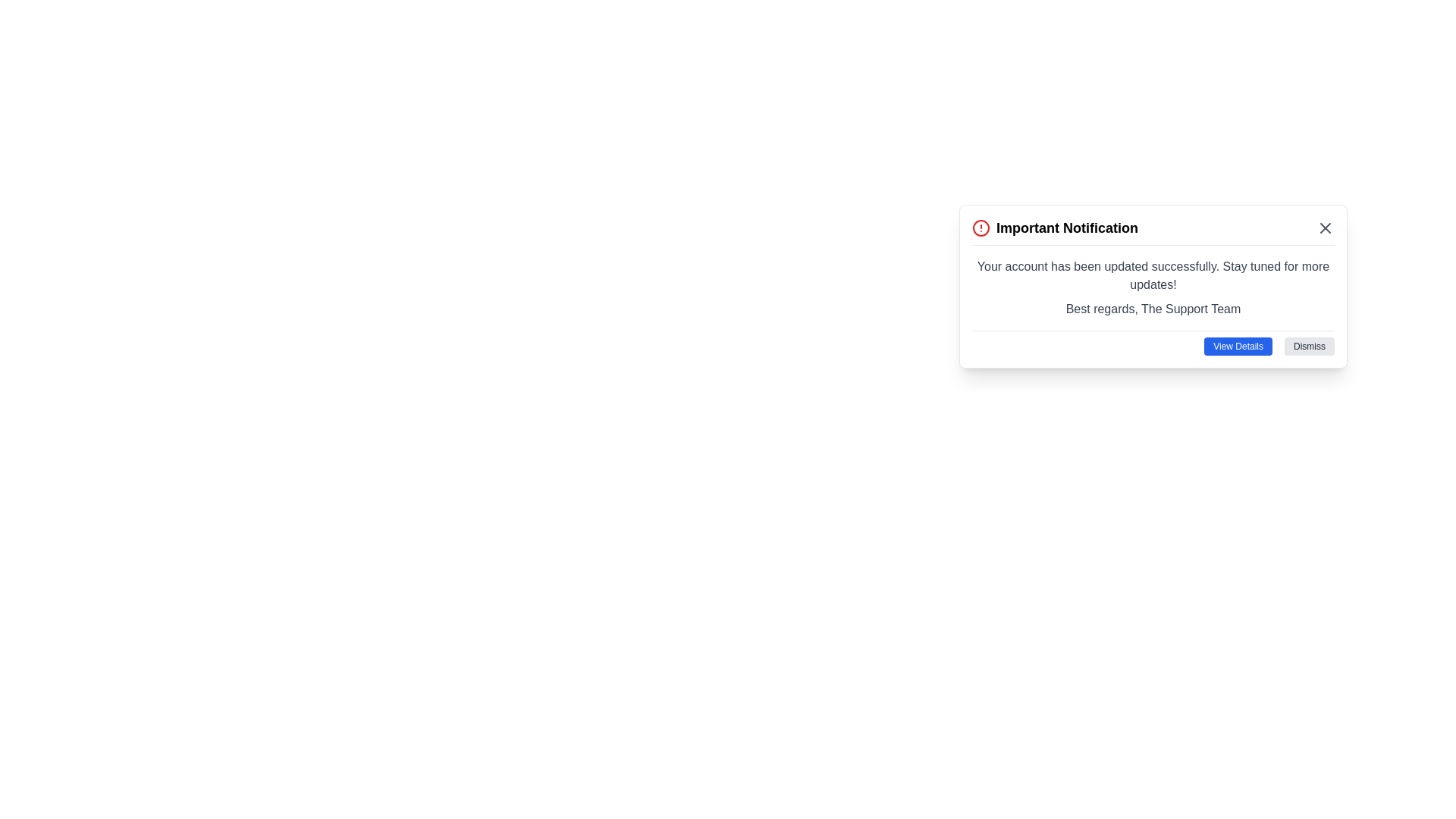  What do you see at coordinates (1238, 346) in the screenshot?
I see `the button located in the bottom-right corner of the notification card, to the left of the 'Dismiss' button, to proceed to the details` at bounding box center [1238, 346].